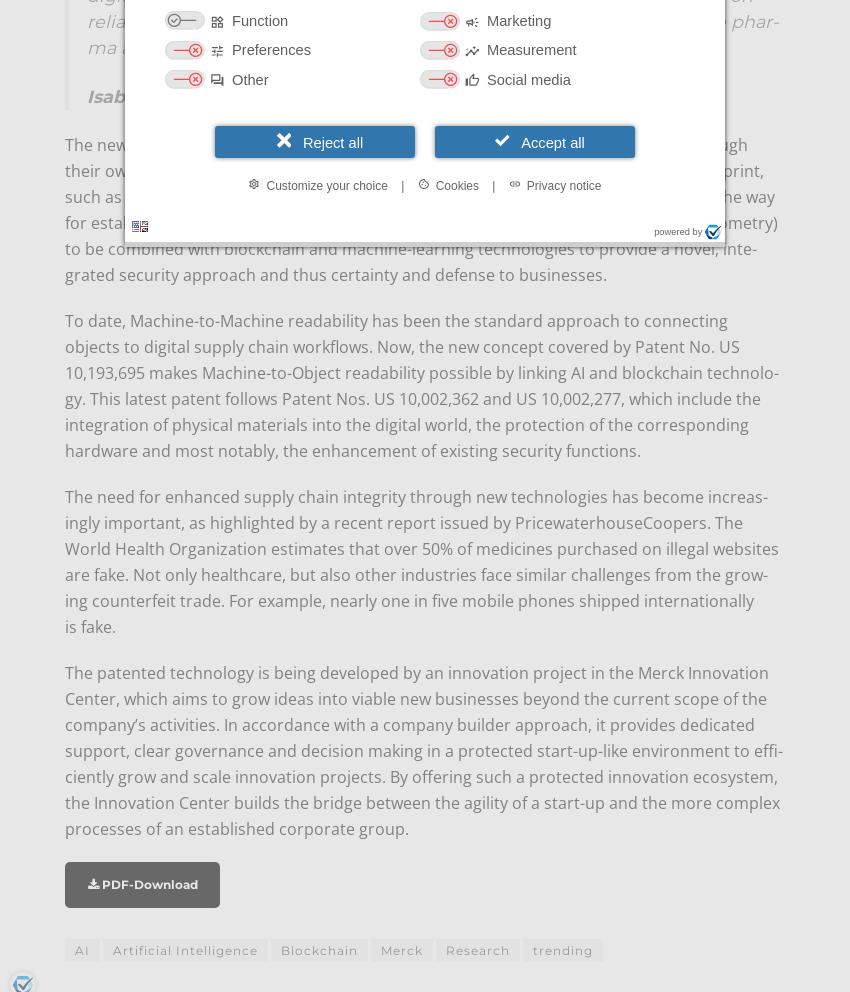 The image size is (850, 992). What do you see at coordinates (82, 949) in the screenshot?
I see `'AI'` at bounding box center [82, 949].